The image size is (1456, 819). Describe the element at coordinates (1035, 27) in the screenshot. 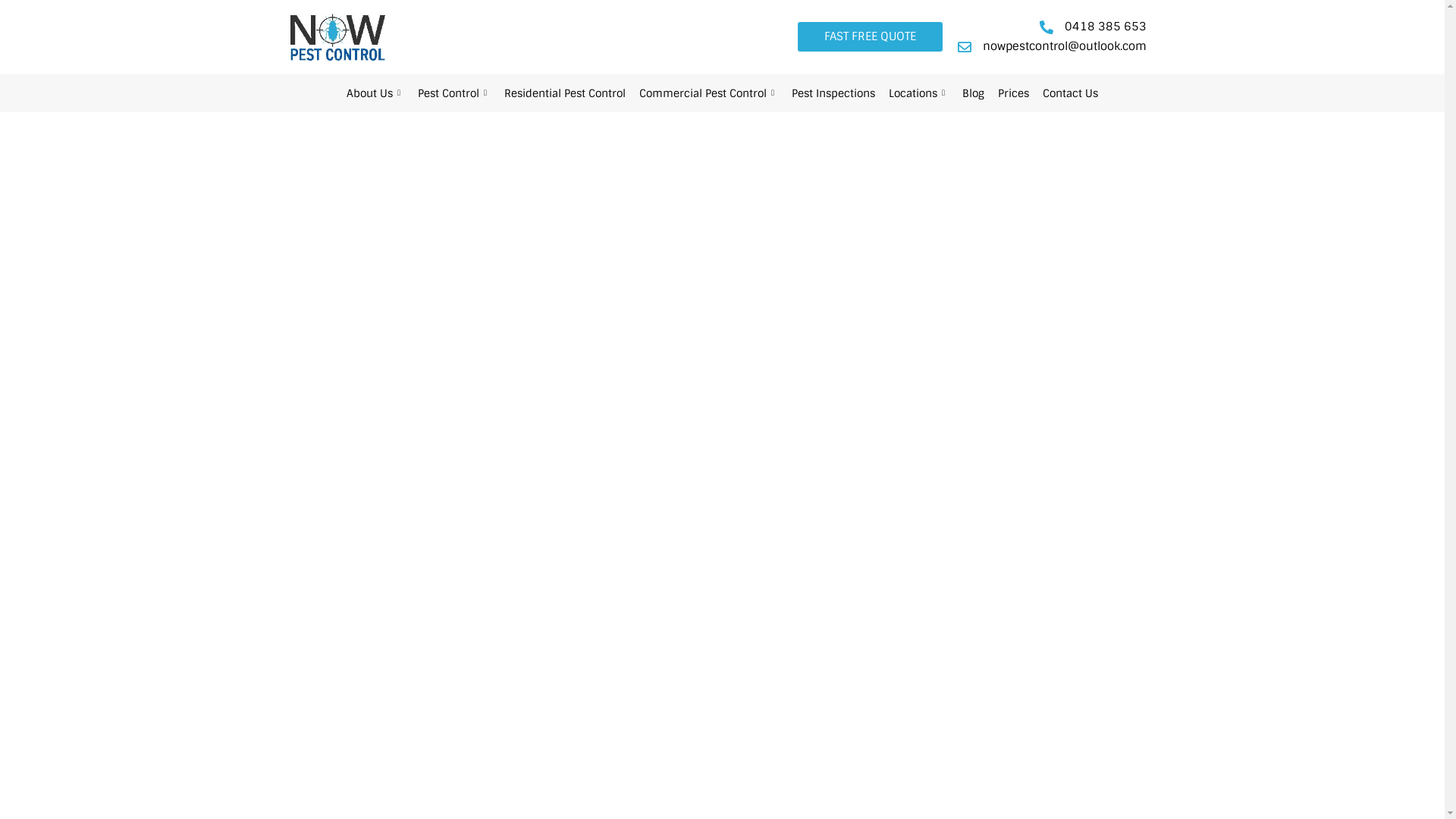

I see `'0418 385 653'` at that location.